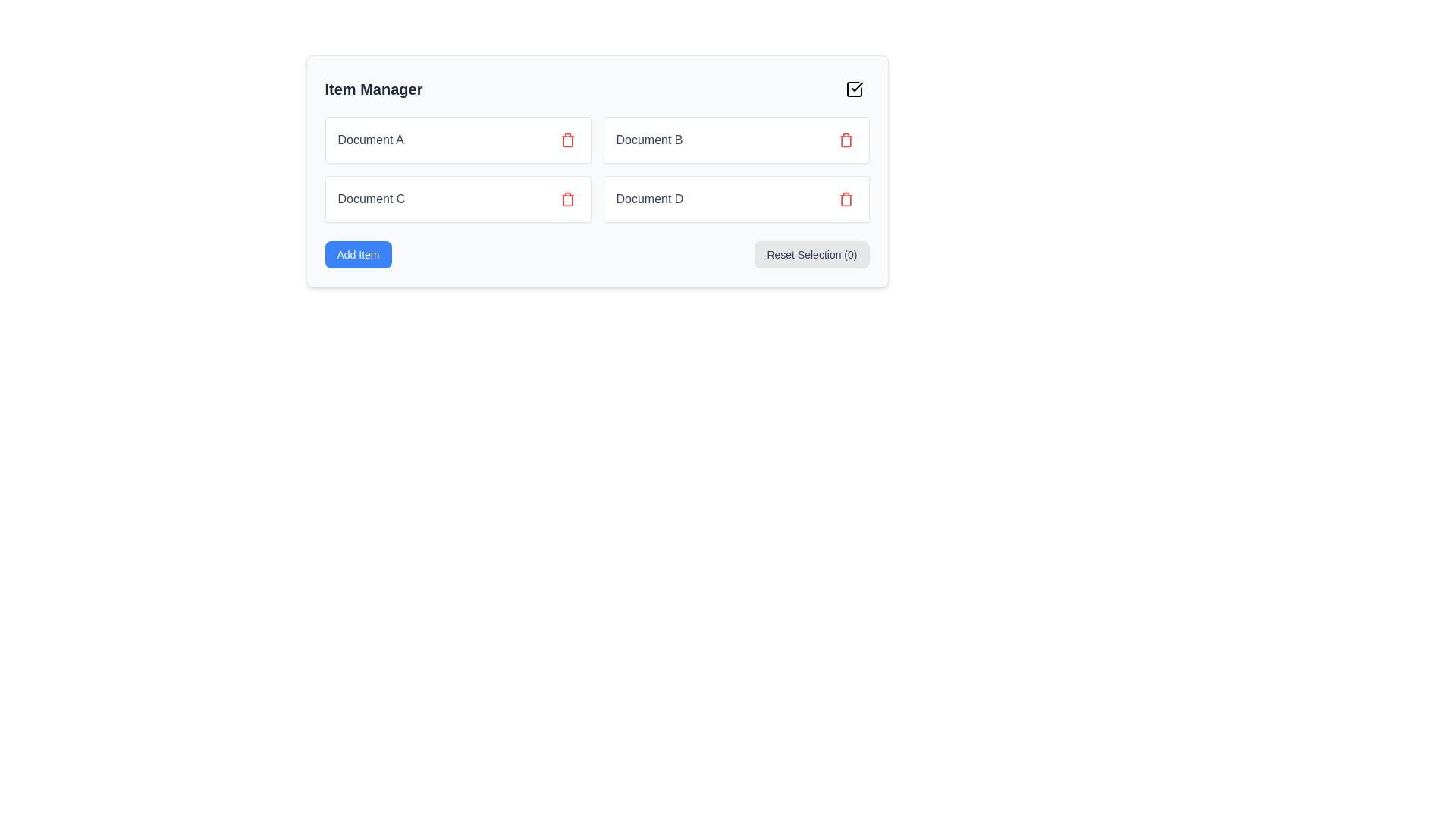  I want to click on the trash can icon located at the right side of the 'Document A' row, so click(566, 140).